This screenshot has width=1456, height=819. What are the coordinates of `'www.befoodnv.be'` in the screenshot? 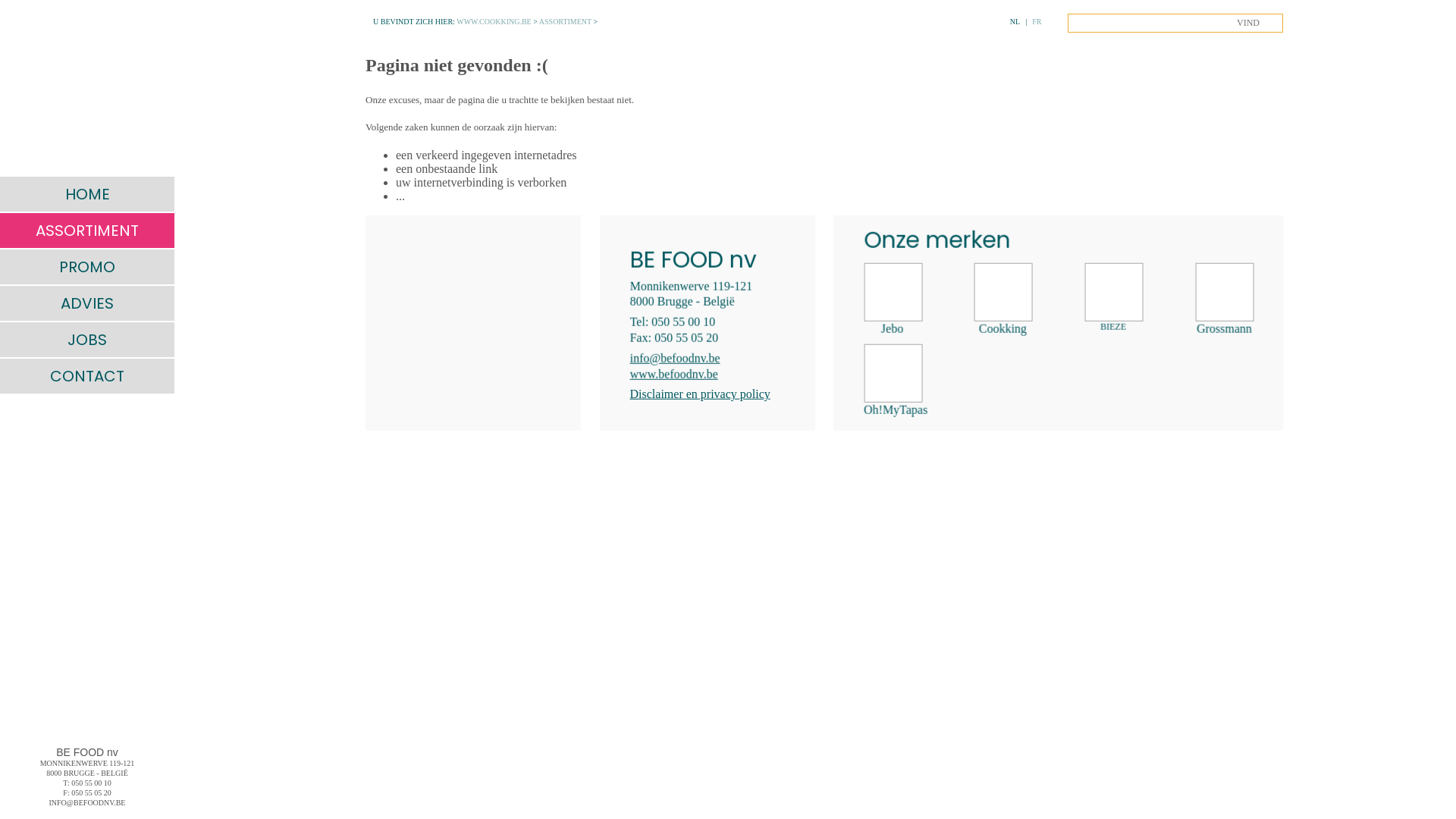 It's located at (673, 373).